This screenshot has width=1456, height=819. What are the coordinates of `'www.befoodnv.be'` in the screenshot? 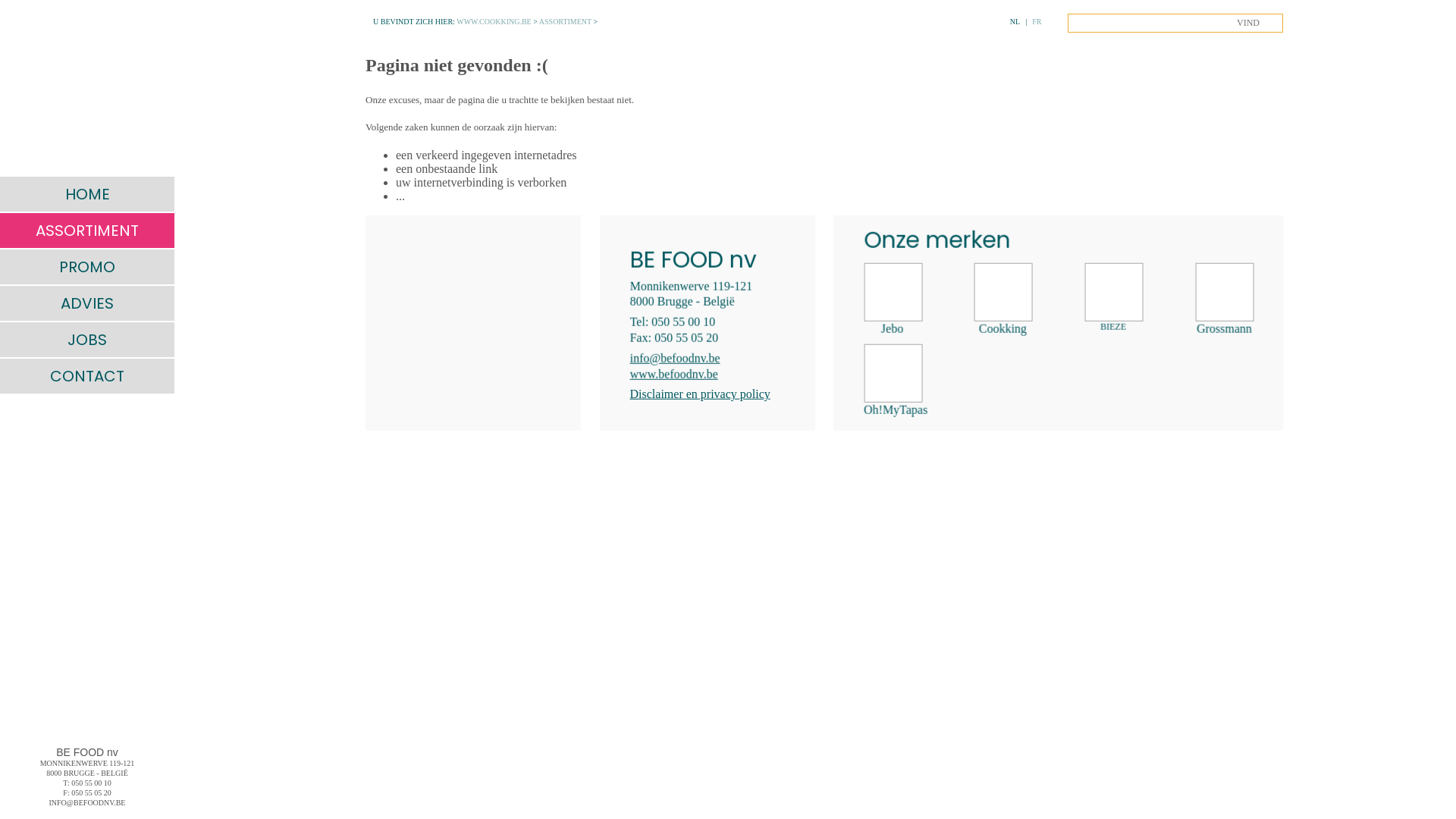 It's located at (673, 373).